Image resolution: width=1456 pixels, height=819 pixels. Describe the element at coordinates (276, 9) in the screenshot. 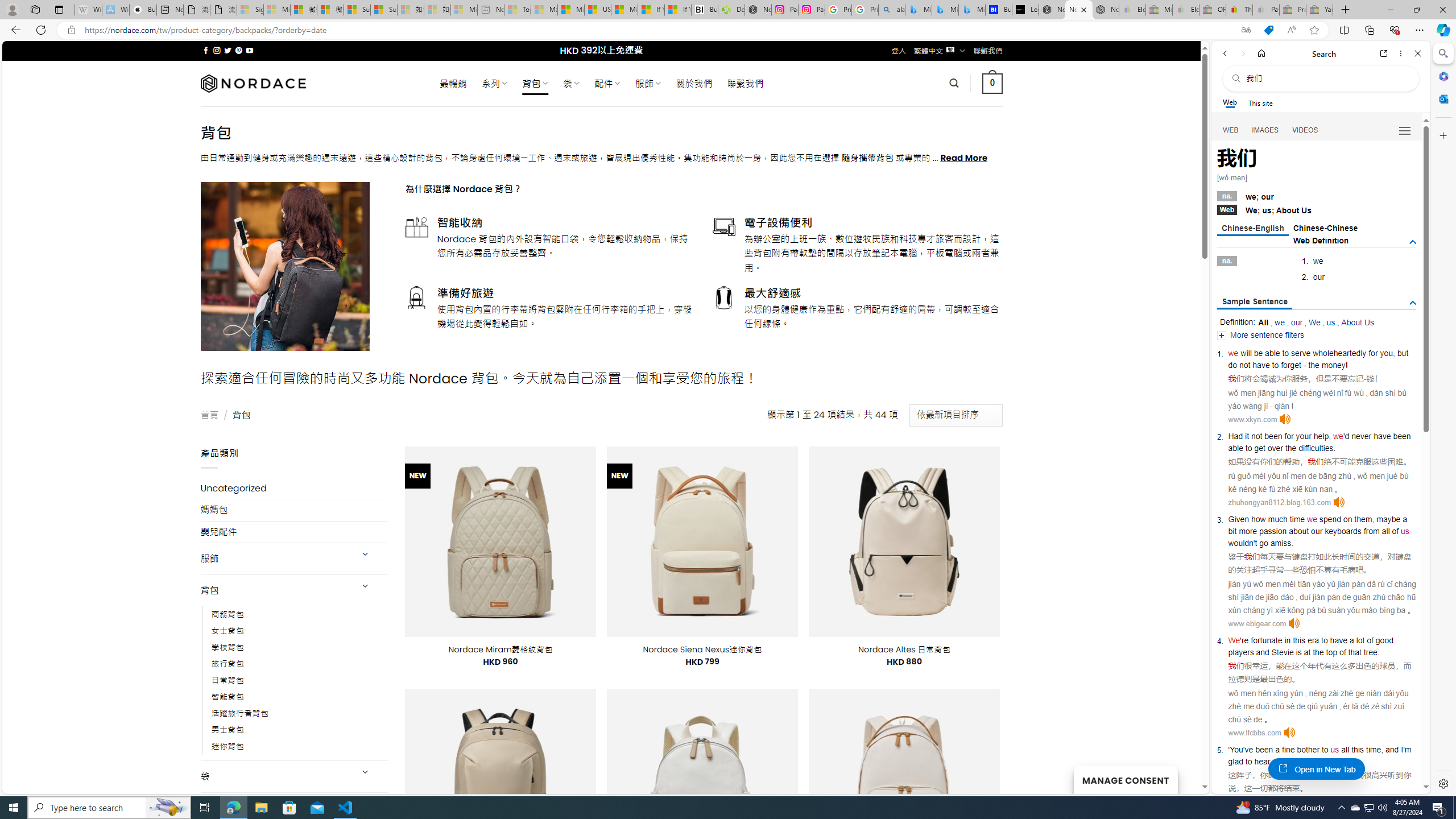

I see `'Microsoft Services Agreement - Sleeping'` at that location.